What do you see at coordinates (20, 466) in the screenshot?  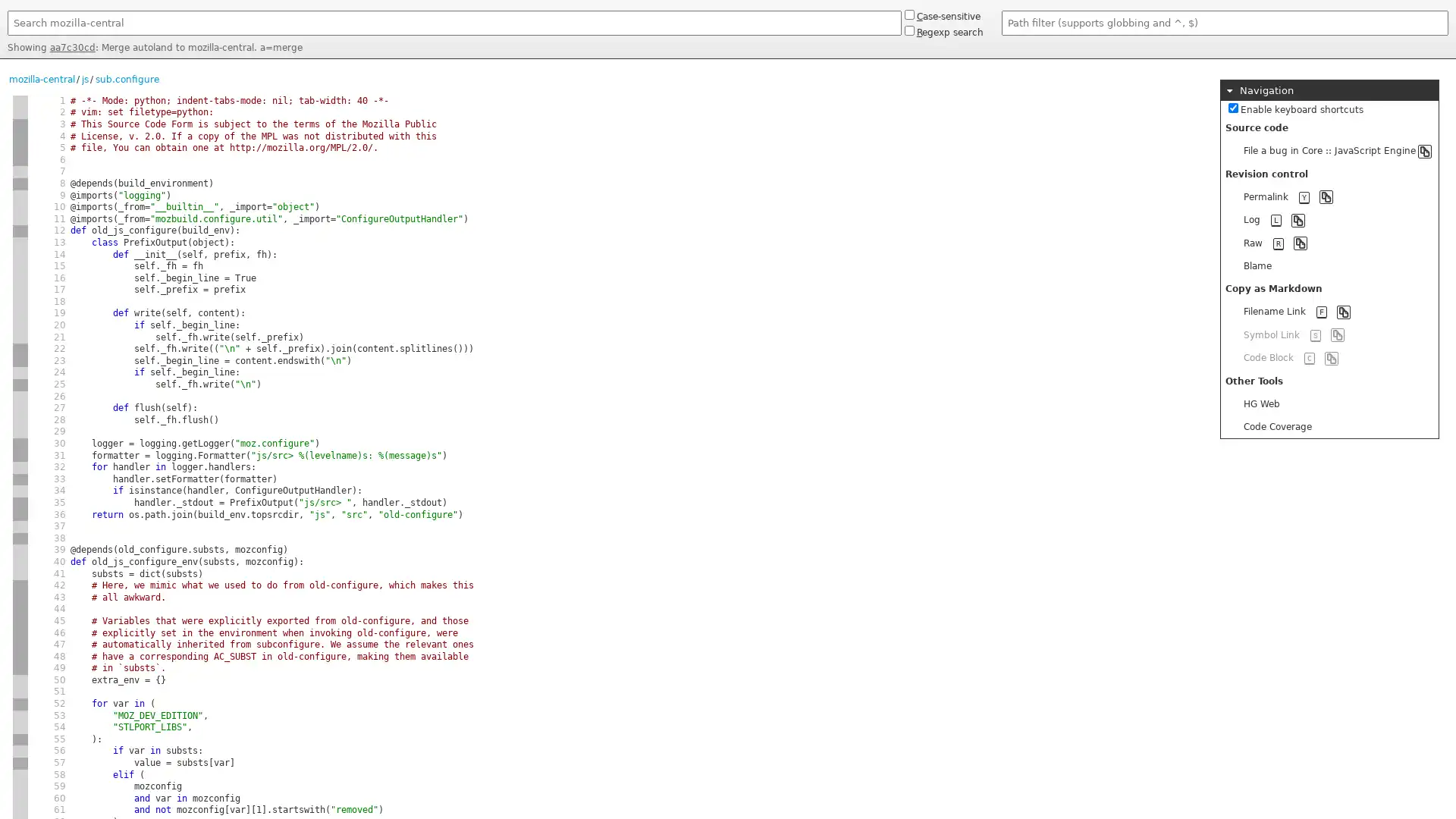 I see `new hash 6` at bounding box center [20, 466].